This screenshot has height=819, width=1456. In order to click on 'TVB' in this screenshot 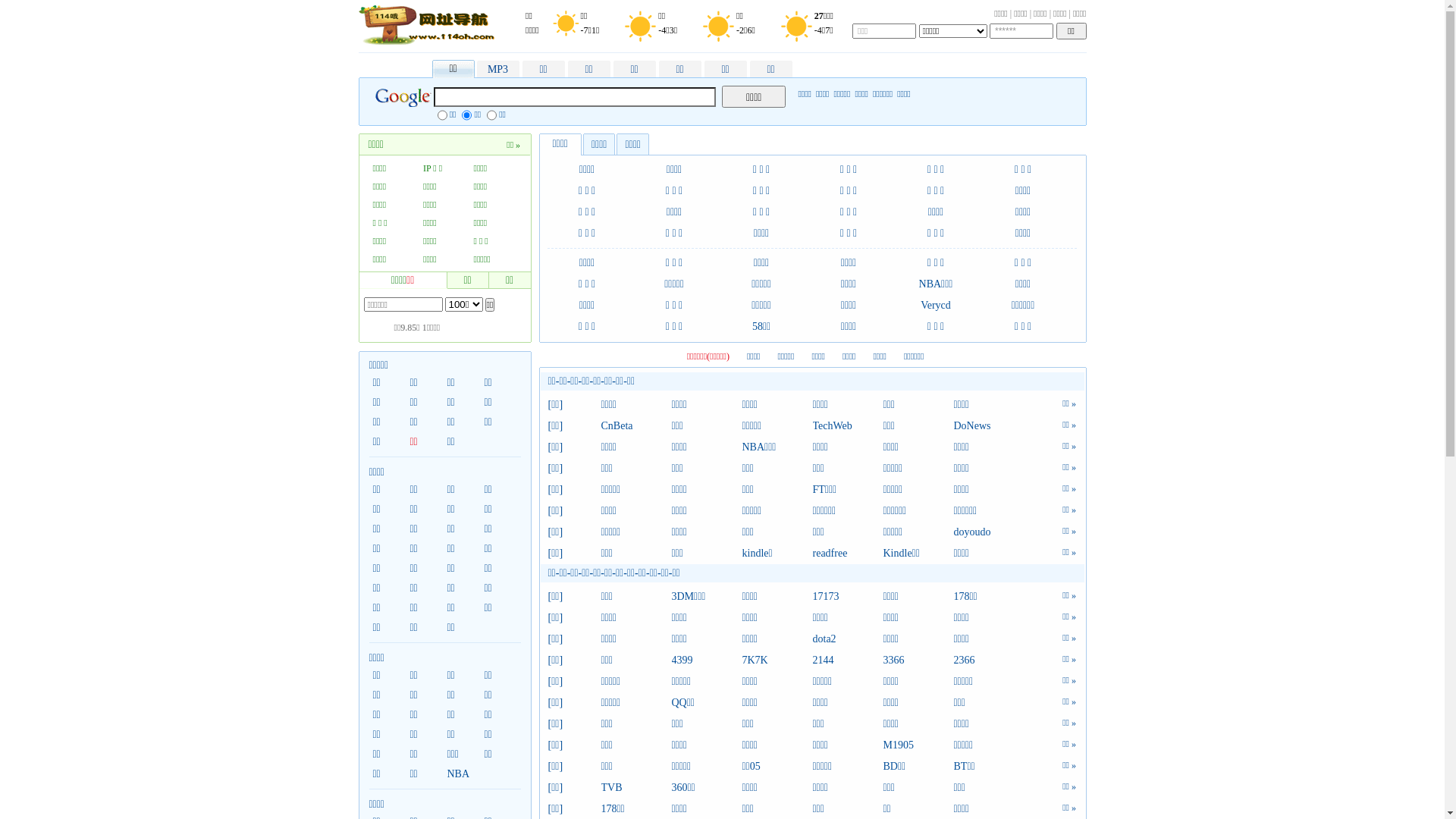, I will do `click(600, 786)`.